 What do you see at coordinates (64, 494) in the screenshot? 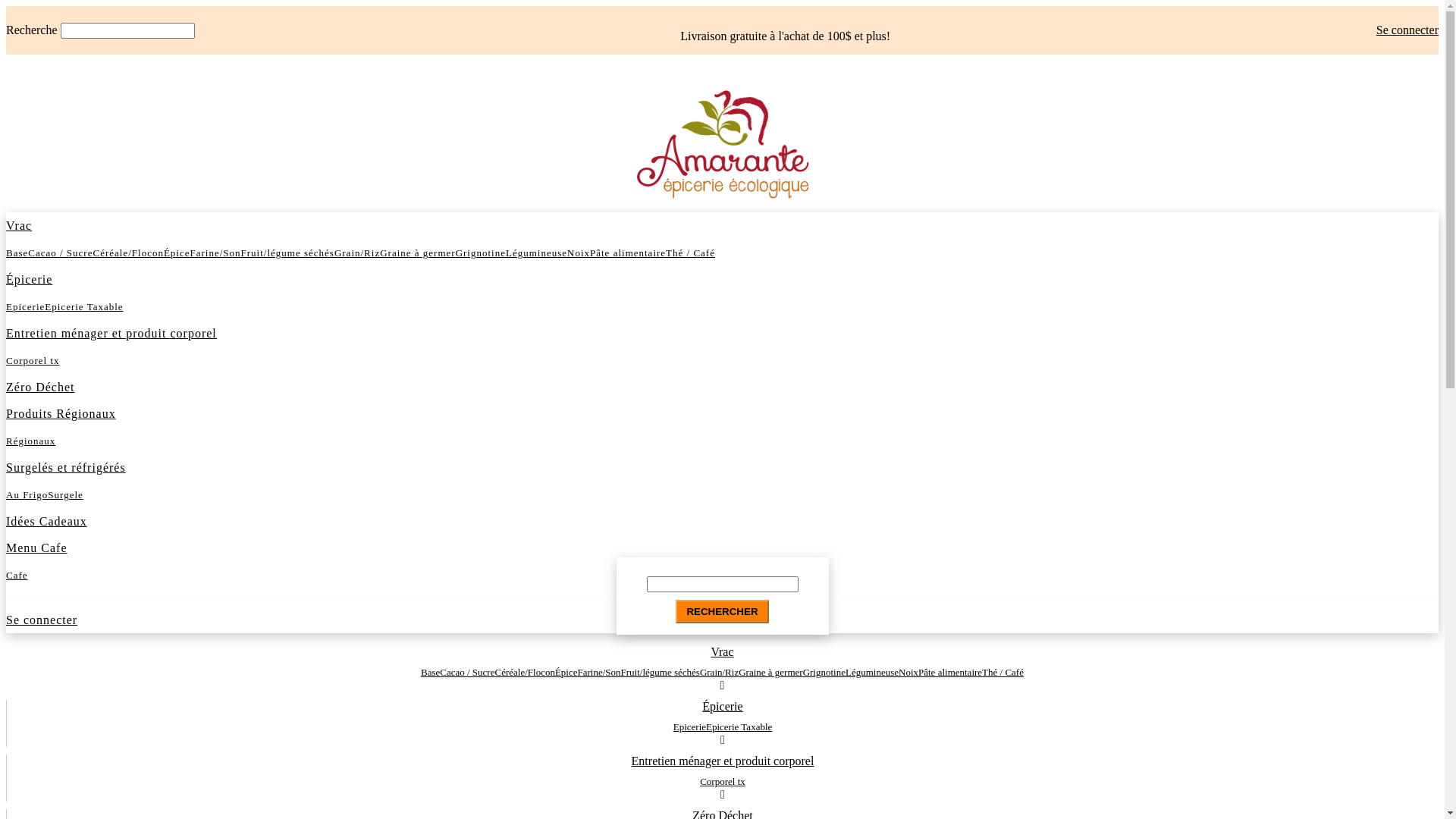
I see `'Surgele'` at bounding box center [64, 494].